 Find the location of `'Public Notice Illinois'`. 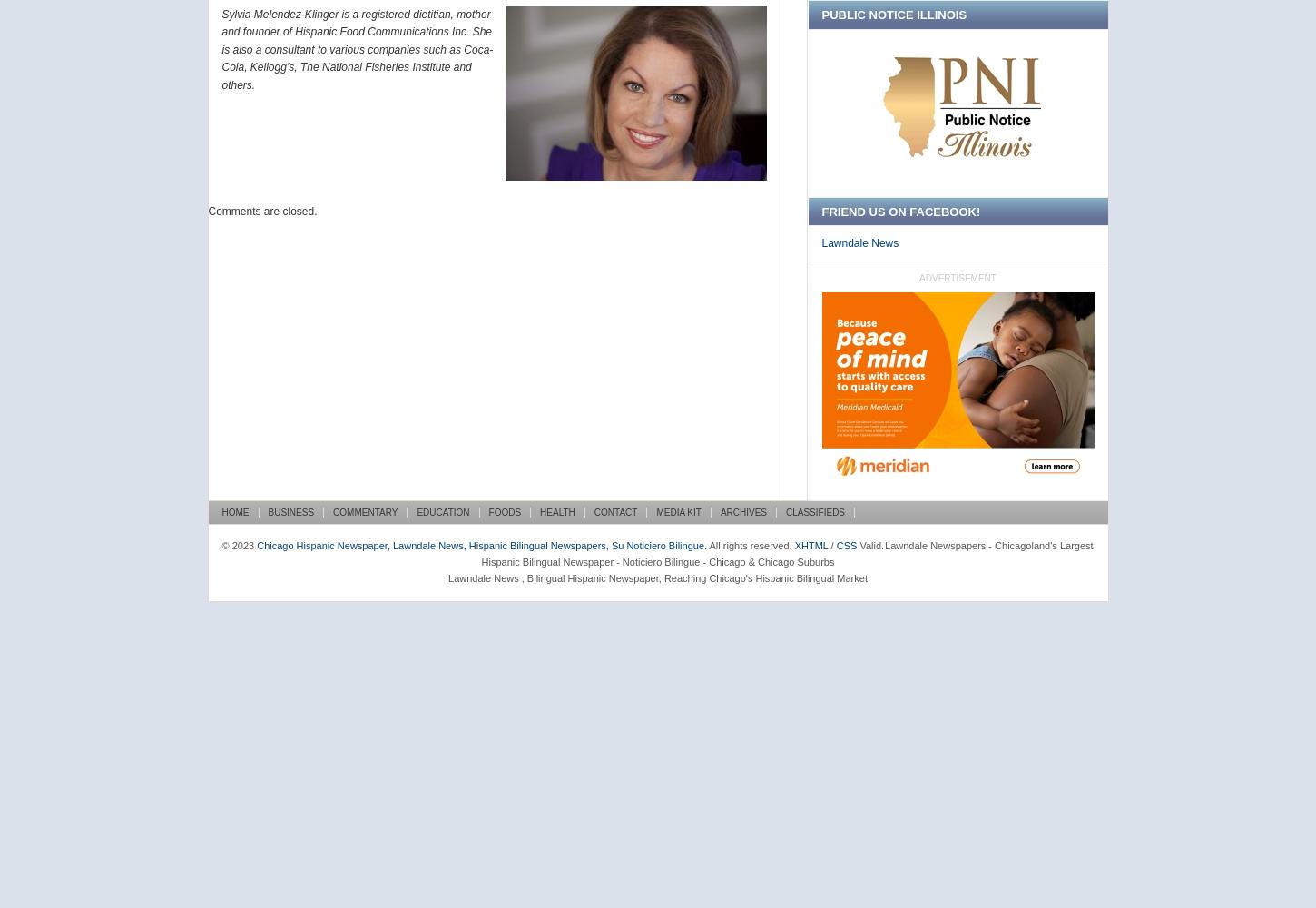

'Public Notice Illinois' is located at coordinates (893, 15).